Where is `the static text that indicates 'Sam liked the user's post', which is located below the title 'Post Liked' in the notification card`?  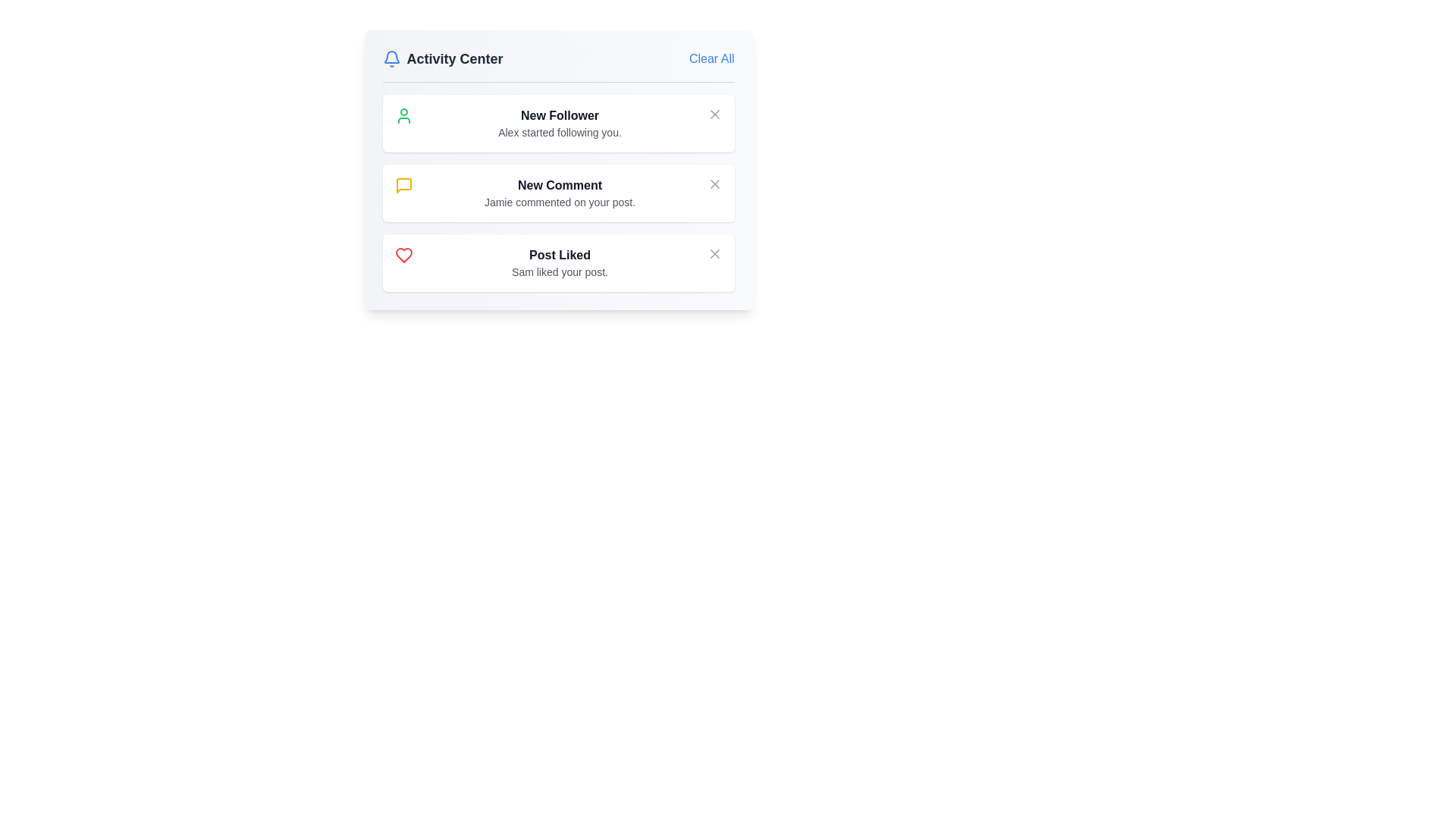 the static text that indicates 'Sam liked the user's post', which is located below the title 'Post Liked' in the notification card is located at coordinates (559, 271).